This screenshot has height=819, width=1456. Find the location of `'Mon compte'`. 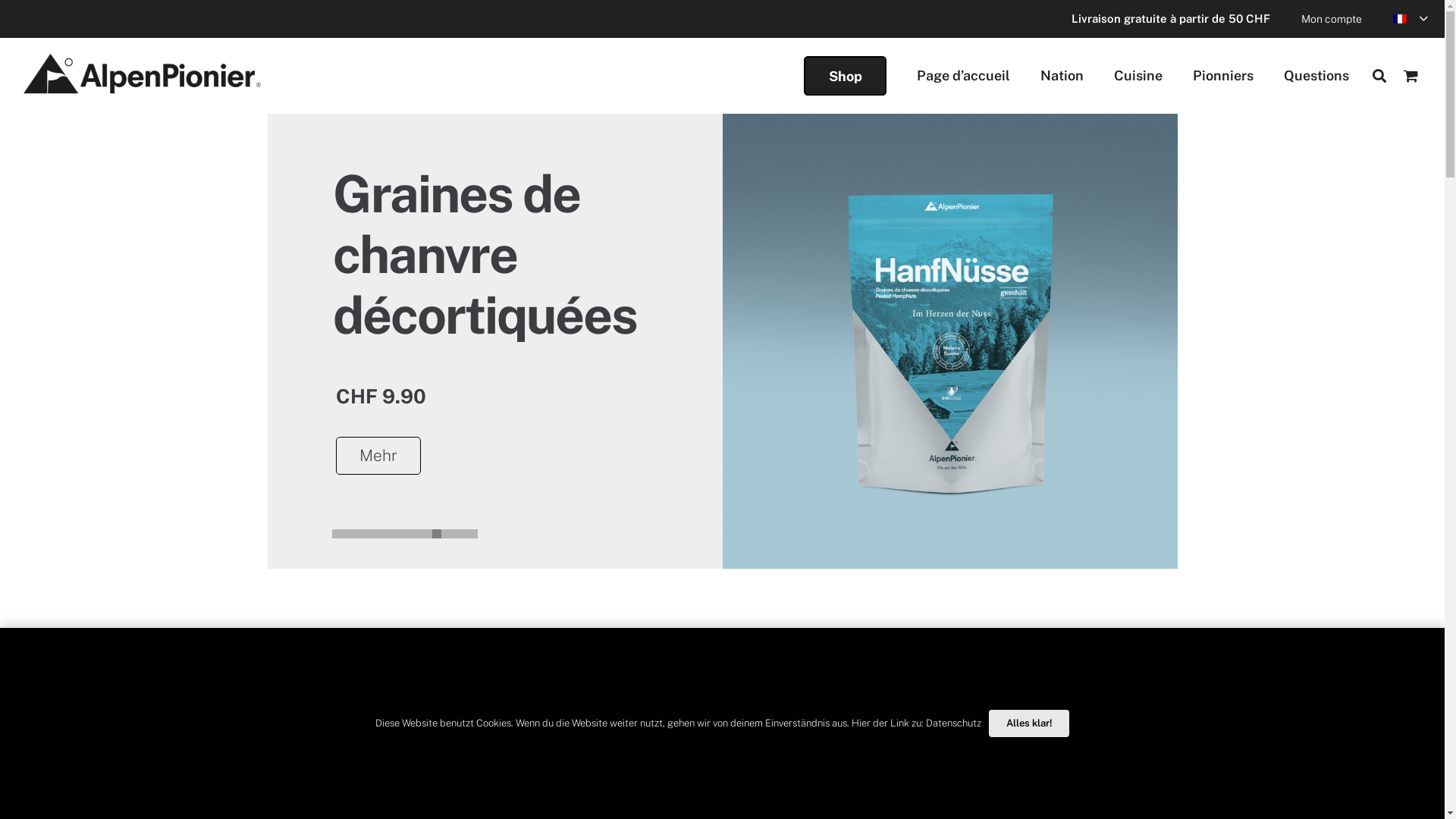

'Mon compte' is located at coordinates (1331, 18).